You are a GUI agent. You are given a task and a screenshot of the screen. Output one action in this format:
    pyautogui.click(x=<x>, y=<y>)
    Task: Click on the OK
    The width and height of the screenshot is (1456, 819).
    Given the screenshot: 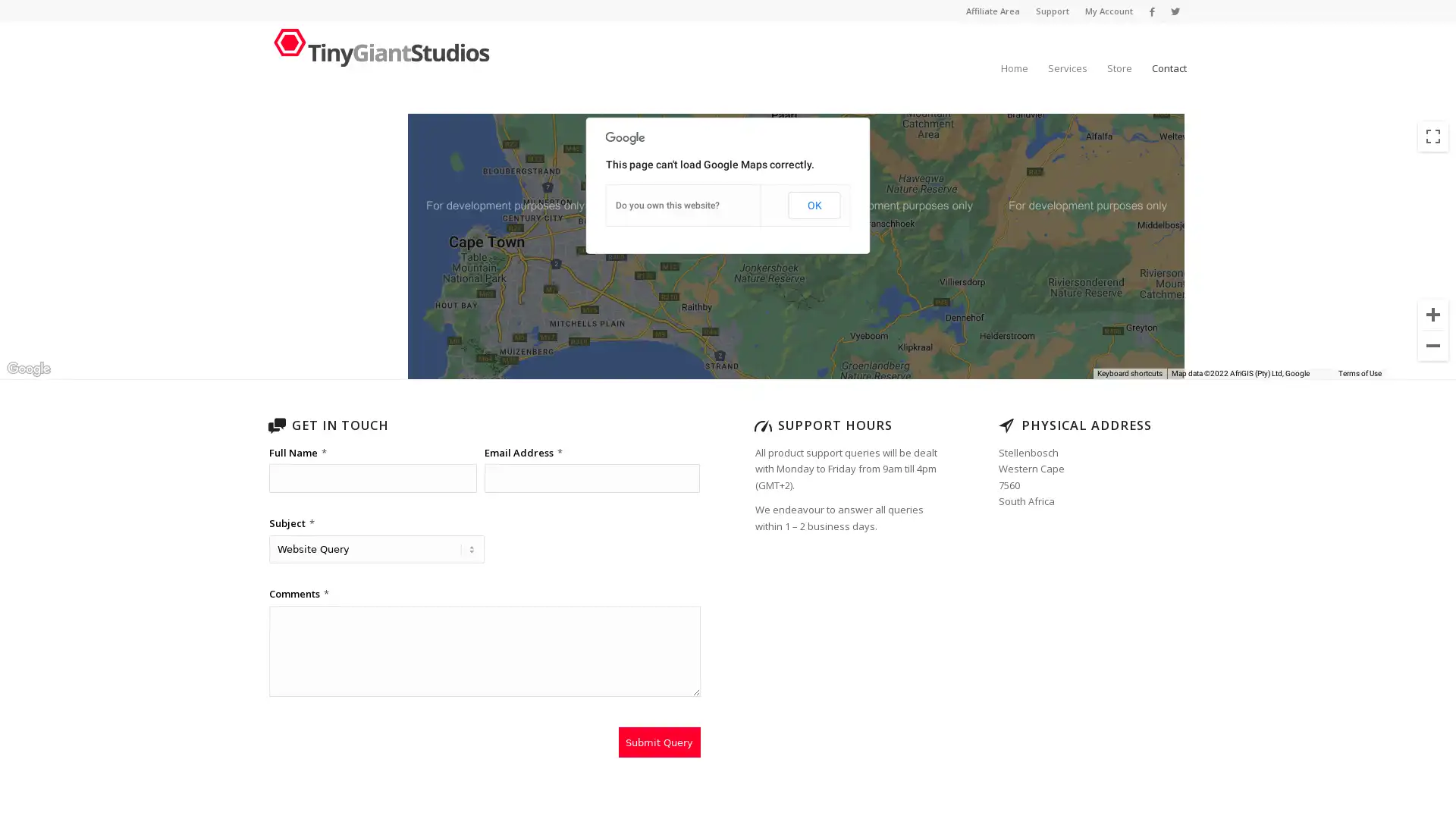 What is the action you would take?
    pyautogui.click(x=813, y=205)
    